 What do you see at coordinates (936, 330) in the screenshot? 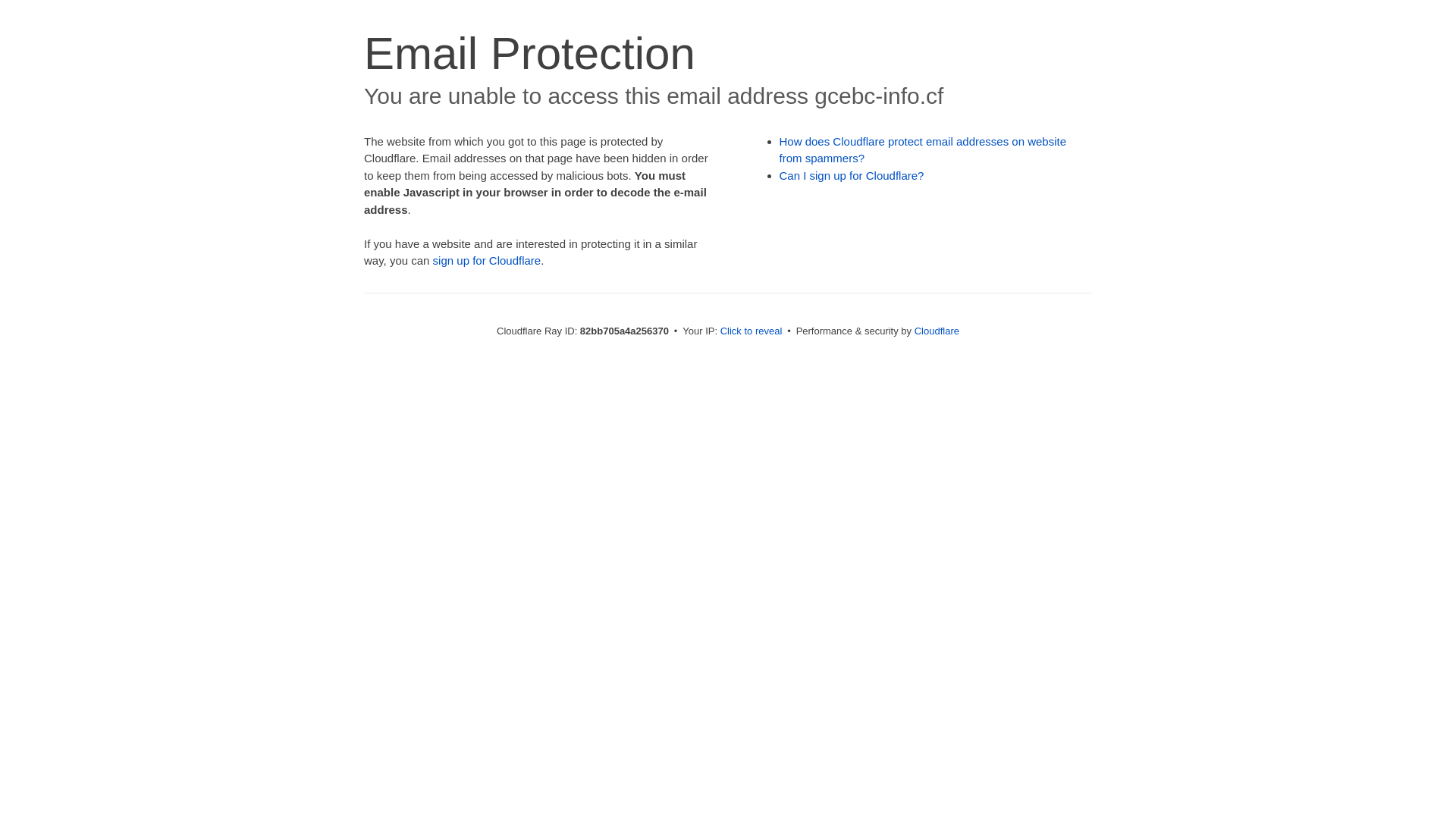
I see `'Cloudflare'` at bounding box center [936, 330].